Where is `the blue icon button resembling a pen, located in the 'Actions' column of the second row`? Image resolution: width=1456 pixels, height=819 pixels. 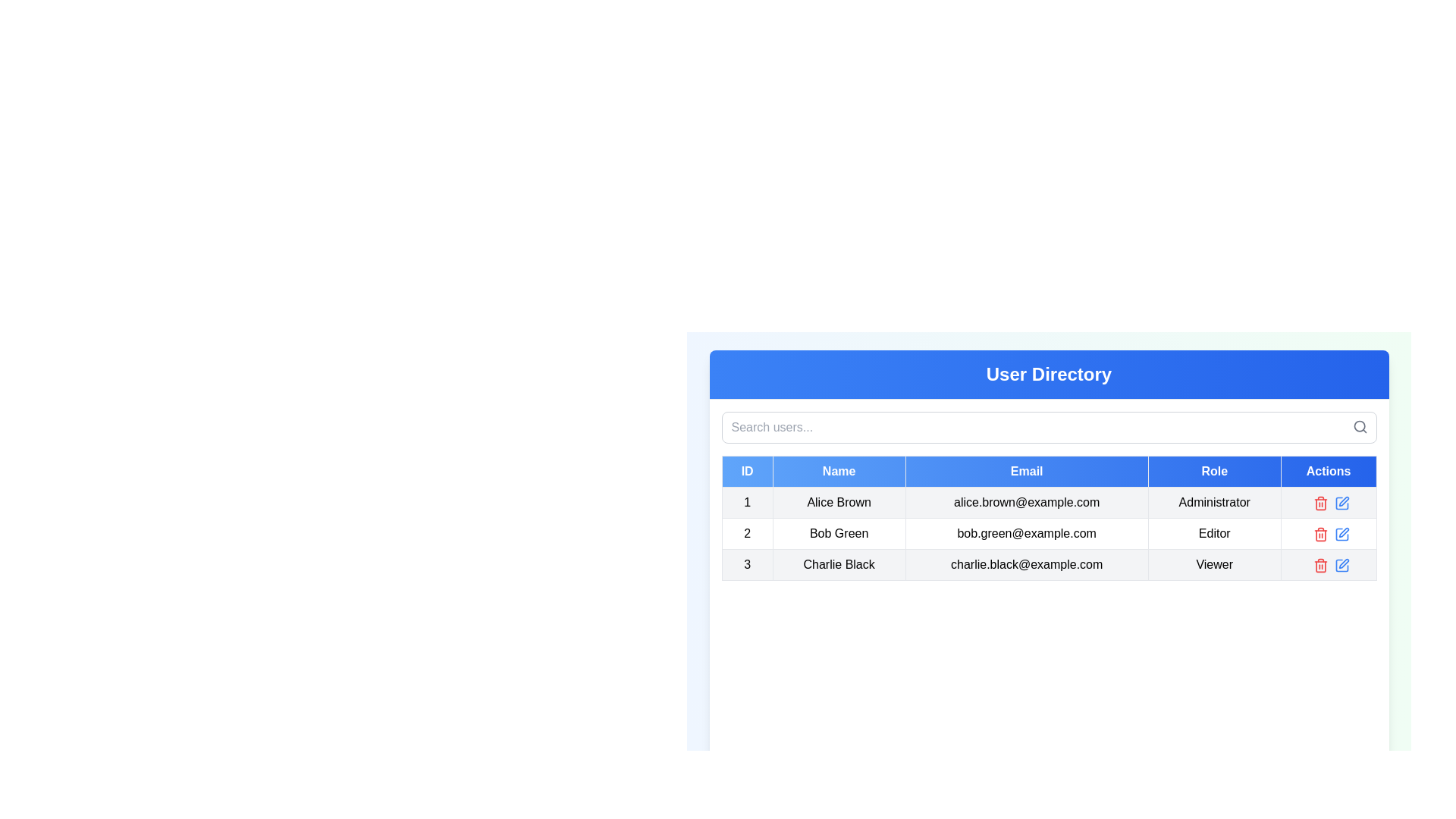
the blue icon button resembling a pen, located in the 'Actions' column of the second row is located at coordinates (1342, 533).